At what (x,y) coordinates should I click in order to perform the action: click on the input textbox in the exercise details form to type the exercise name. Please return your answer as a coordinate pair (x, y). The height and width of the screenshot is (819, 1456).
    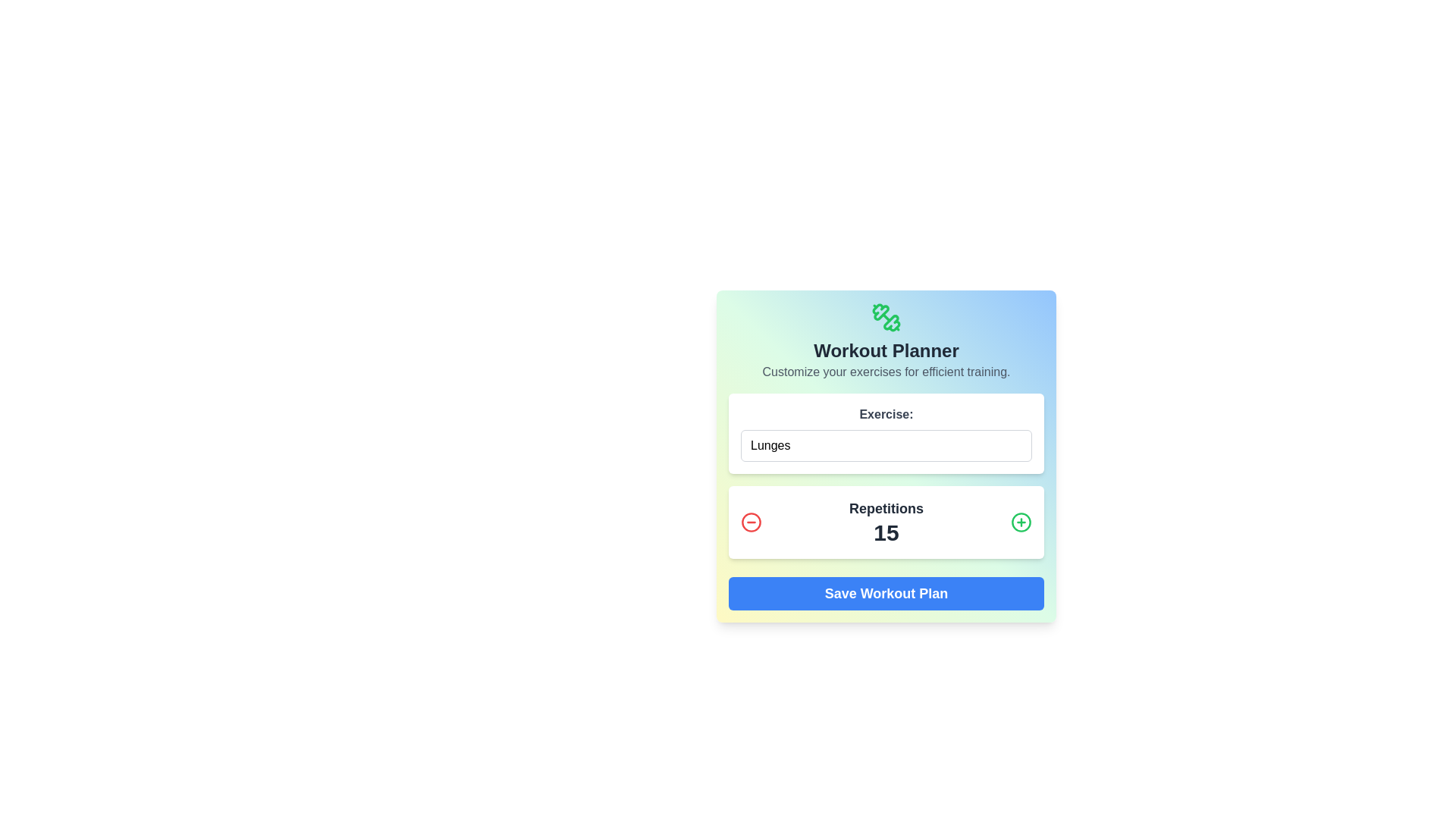
    Looking at the image, I should click on (886, 455).